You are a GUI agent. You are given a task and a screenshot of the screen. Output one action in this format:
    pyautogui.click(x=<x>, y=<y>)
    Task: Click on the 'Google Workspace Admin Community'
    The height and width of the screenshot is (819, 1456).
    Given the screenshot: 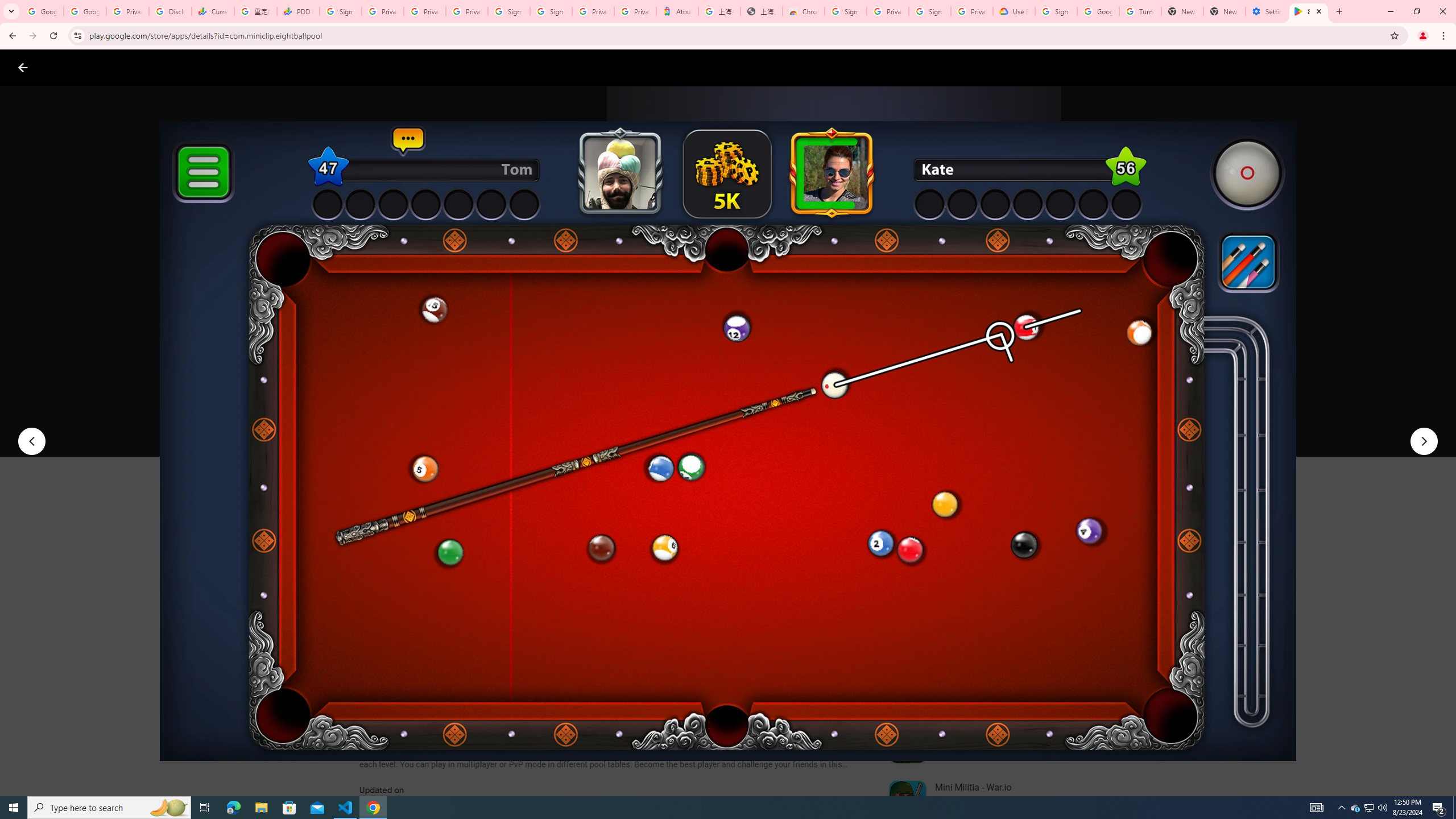 What is the action you would take?
    pyautogui.click(x=42, y=11)
    